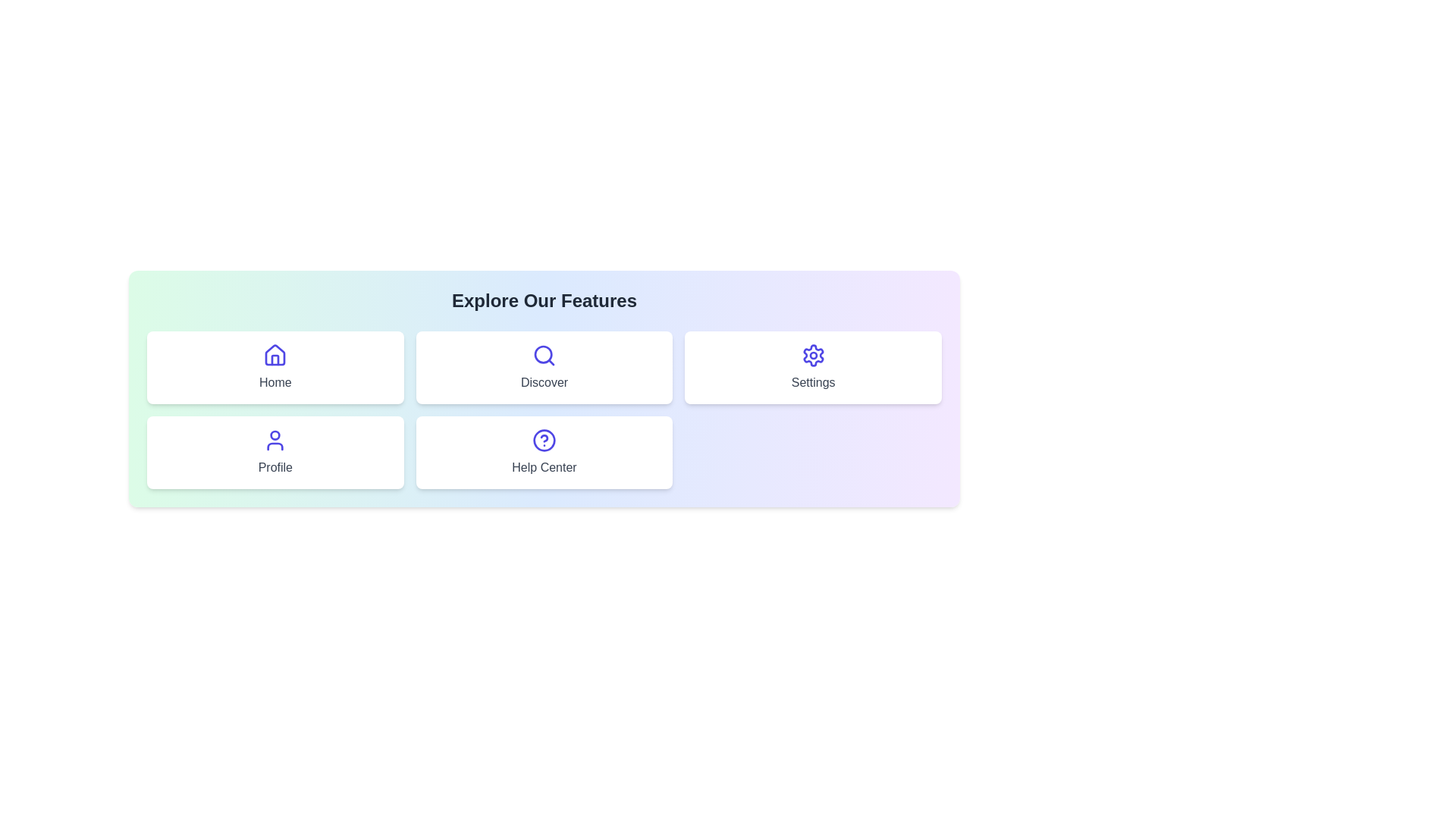  Describe the element at coordinates (812, 382) in the screenshot. I see `text label displaying the word 'Settings' located at the bottom of a card-like section in the top-right corner of the grid interface` at that location.